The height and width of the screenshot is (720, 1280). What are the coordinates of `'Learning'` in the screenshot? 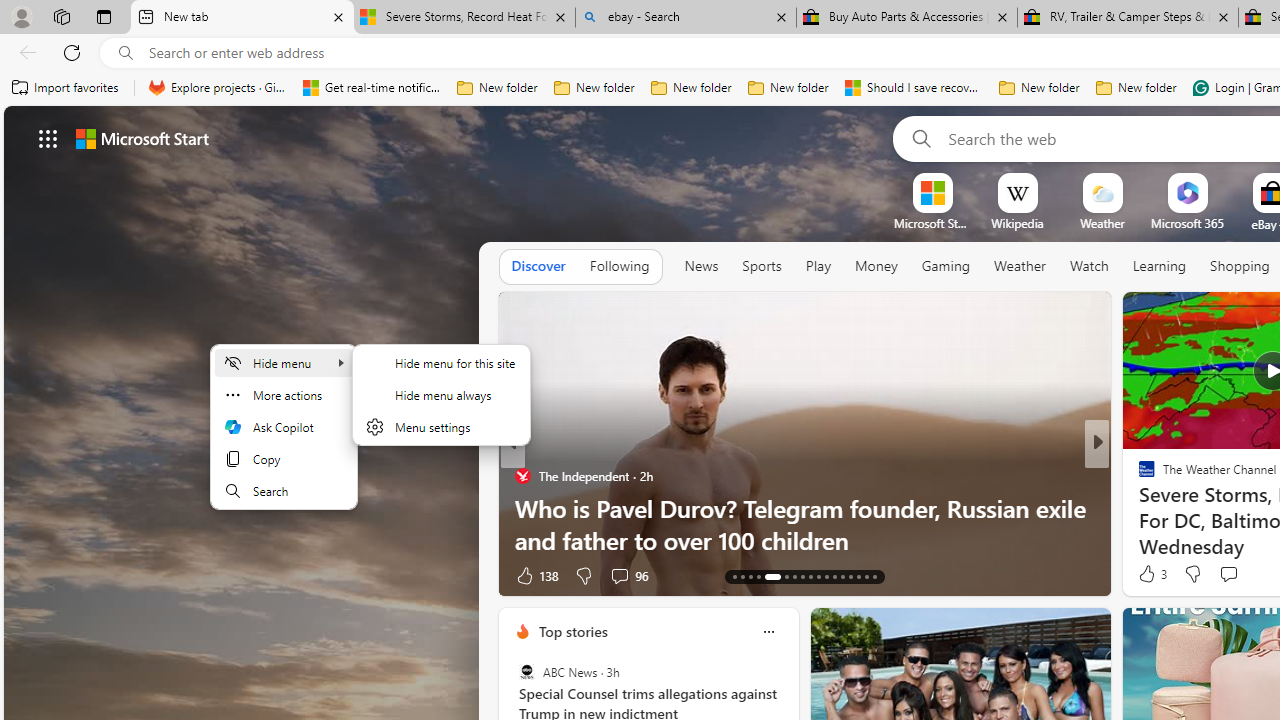 It's located at (1159, 266).